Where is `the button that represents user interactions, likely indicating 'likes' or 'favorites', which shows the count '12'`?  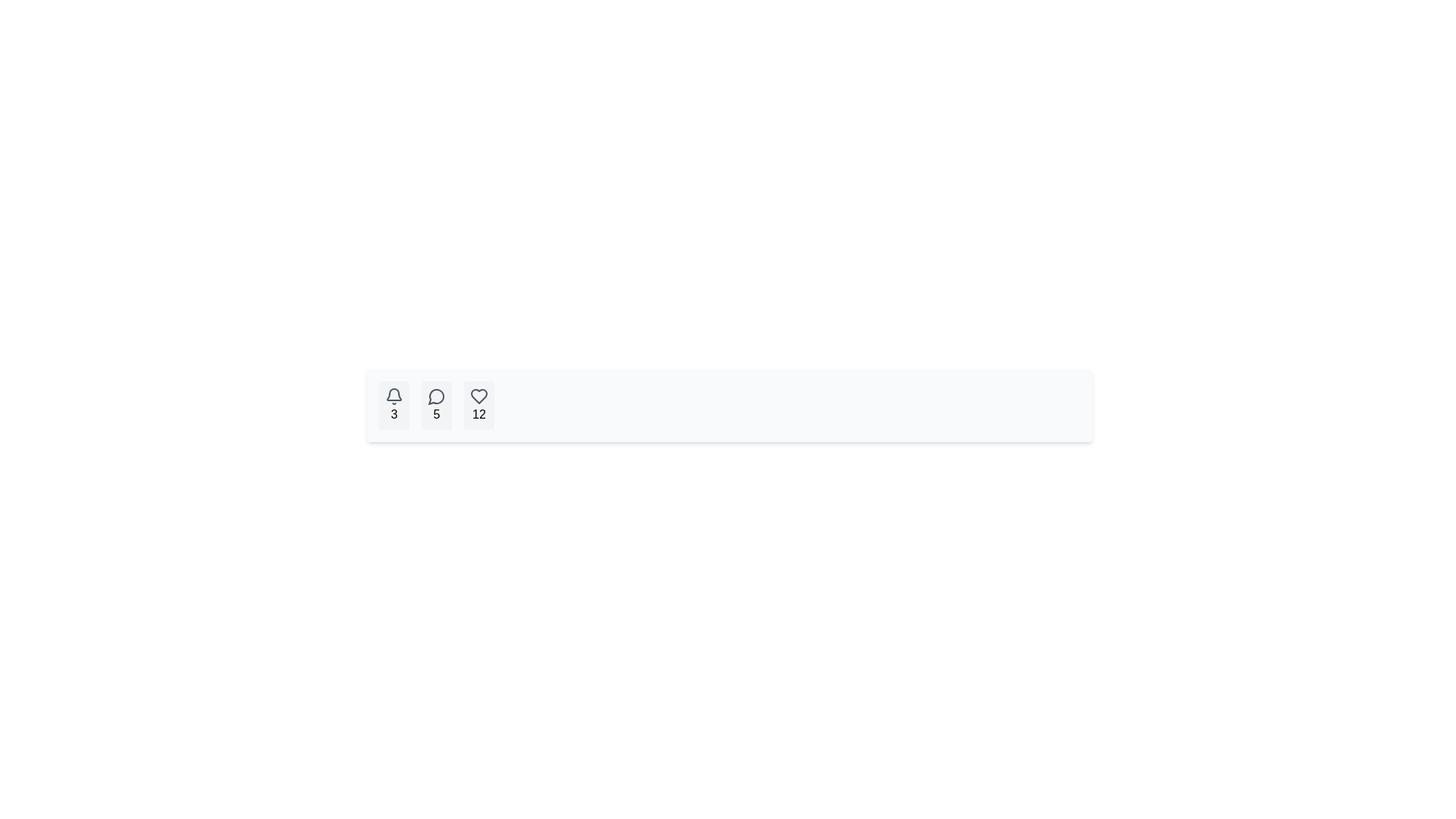 the button that represents user interactions, likely indicating 'likes' or 'favorites', which shows the count '12' is located at coordinates (479, 405).